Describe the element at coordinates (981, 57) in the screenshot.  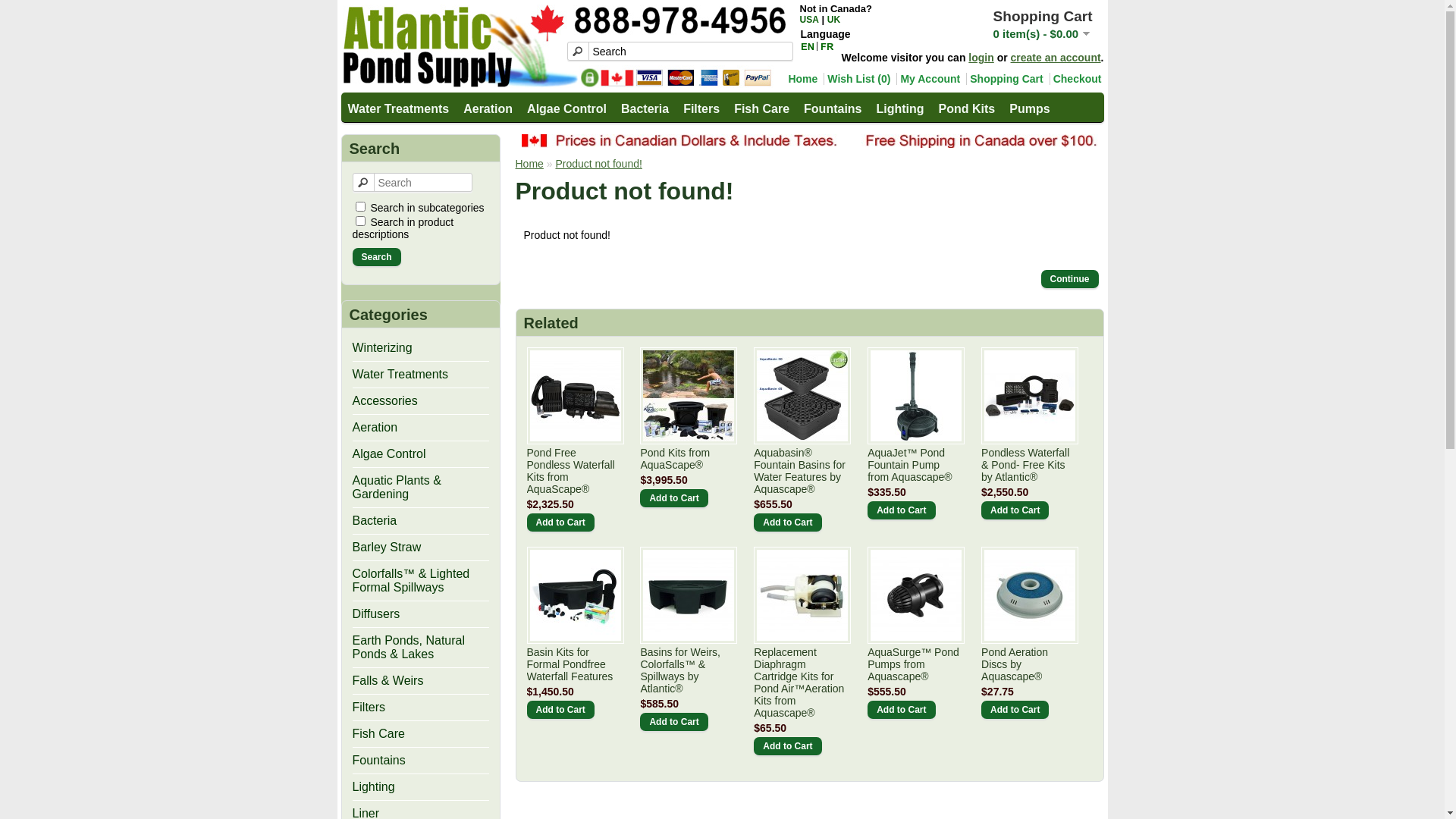
I see `'login'` at that location.